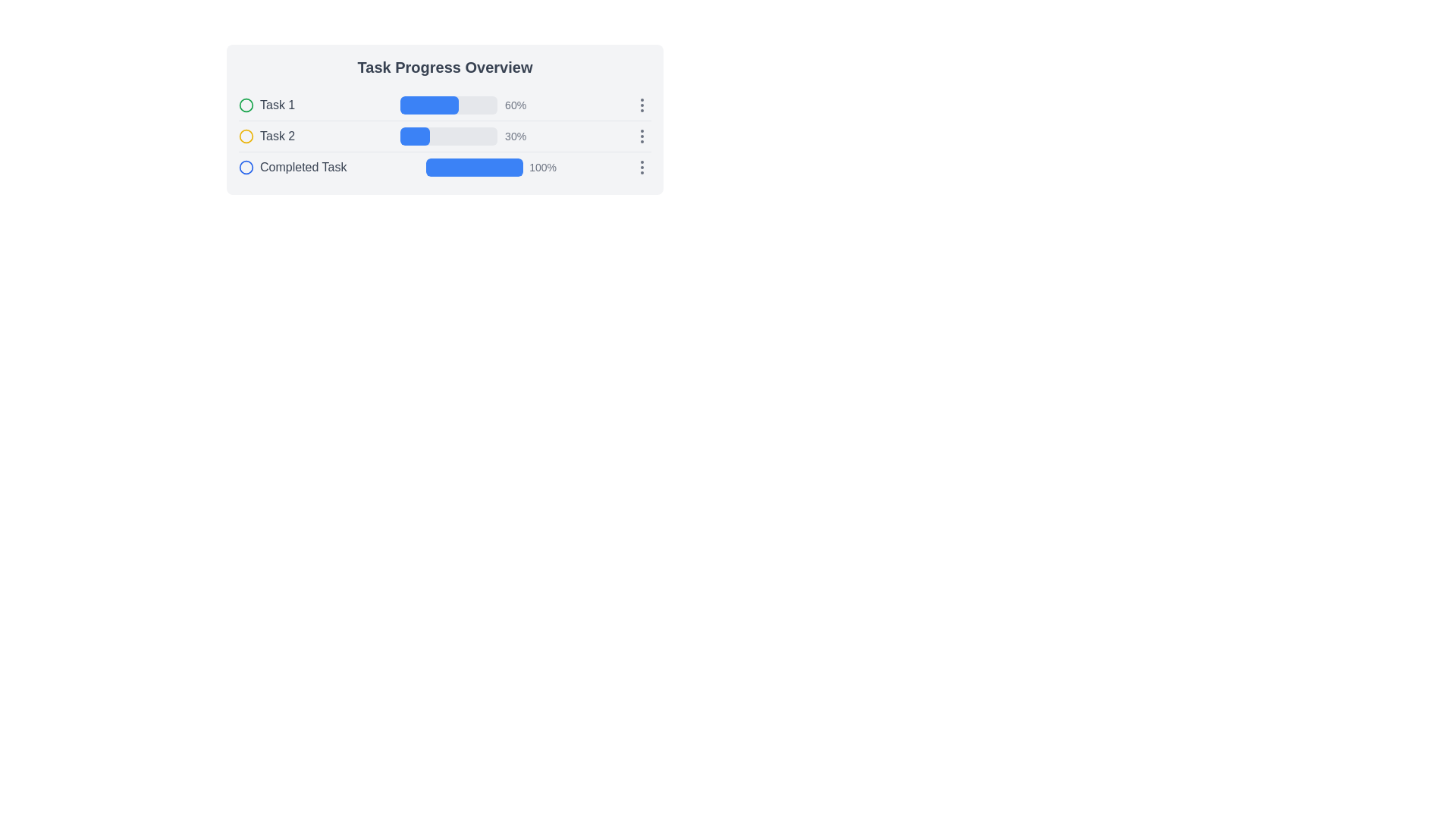 The height and width of the screenshot is (819, 1456). What do you see at coordinates (293, 167) in the screenshot?
I see `the label displaying 'Completed Task' next to a blue-bordered circle icon, which is positioned in the third row of a task progress list` at bounding box center [293, 167].